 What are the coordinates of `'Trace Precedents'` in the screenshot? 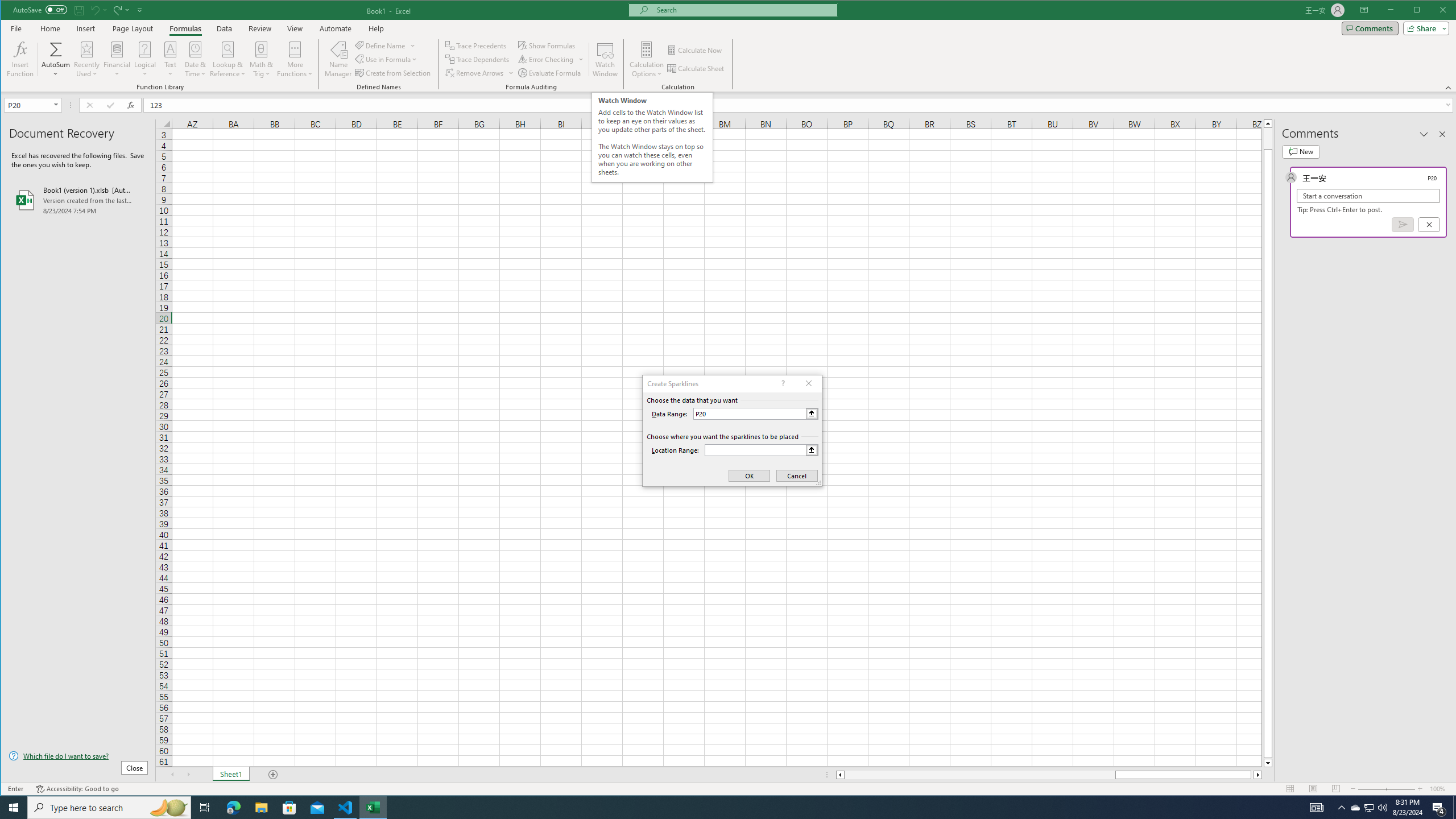 It's located at (476, 45).